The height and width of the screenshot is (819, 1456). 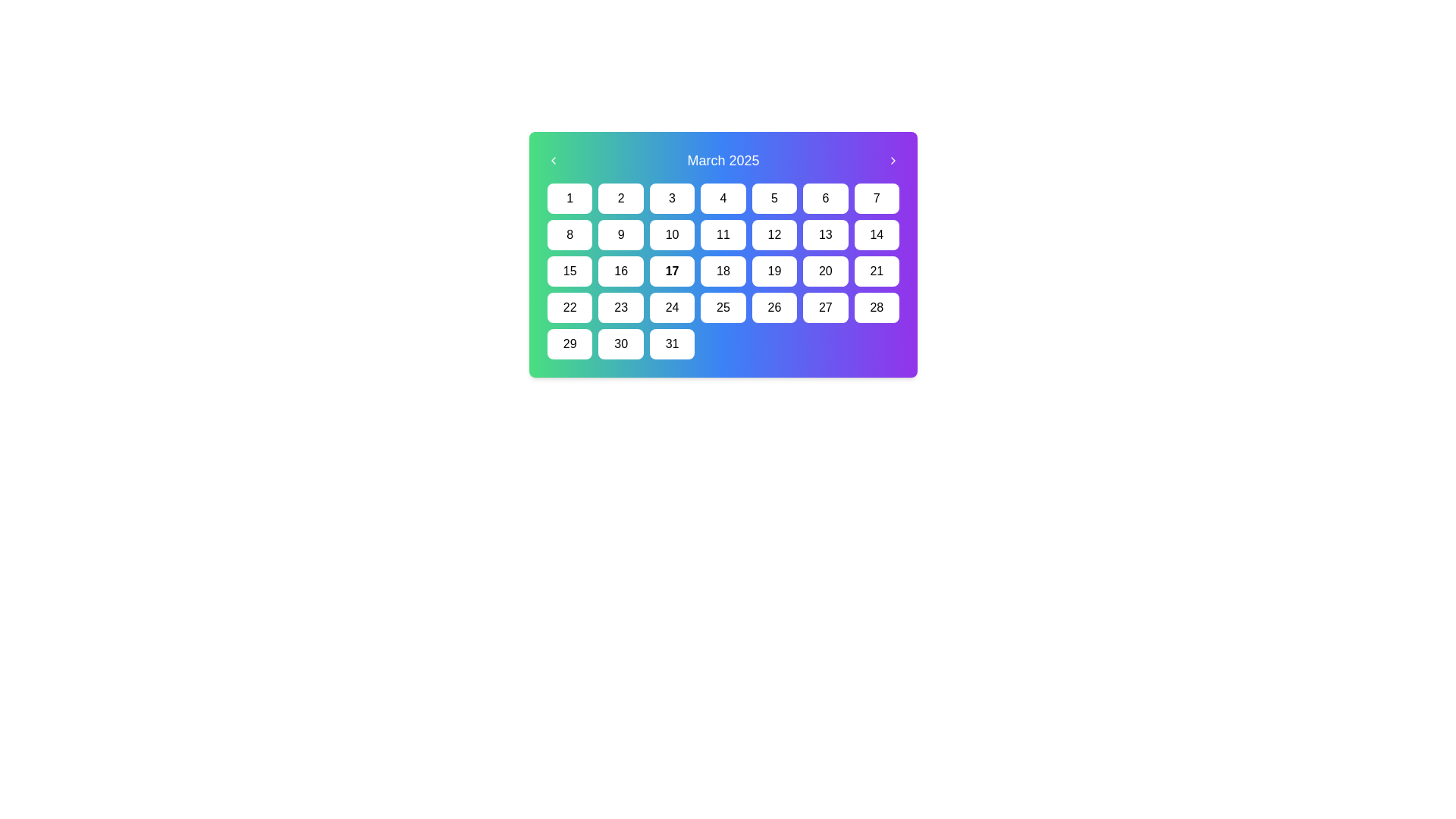 I want to click on the rectangular button with rounded corners displaying the number '10', so click(x=671, y=234).